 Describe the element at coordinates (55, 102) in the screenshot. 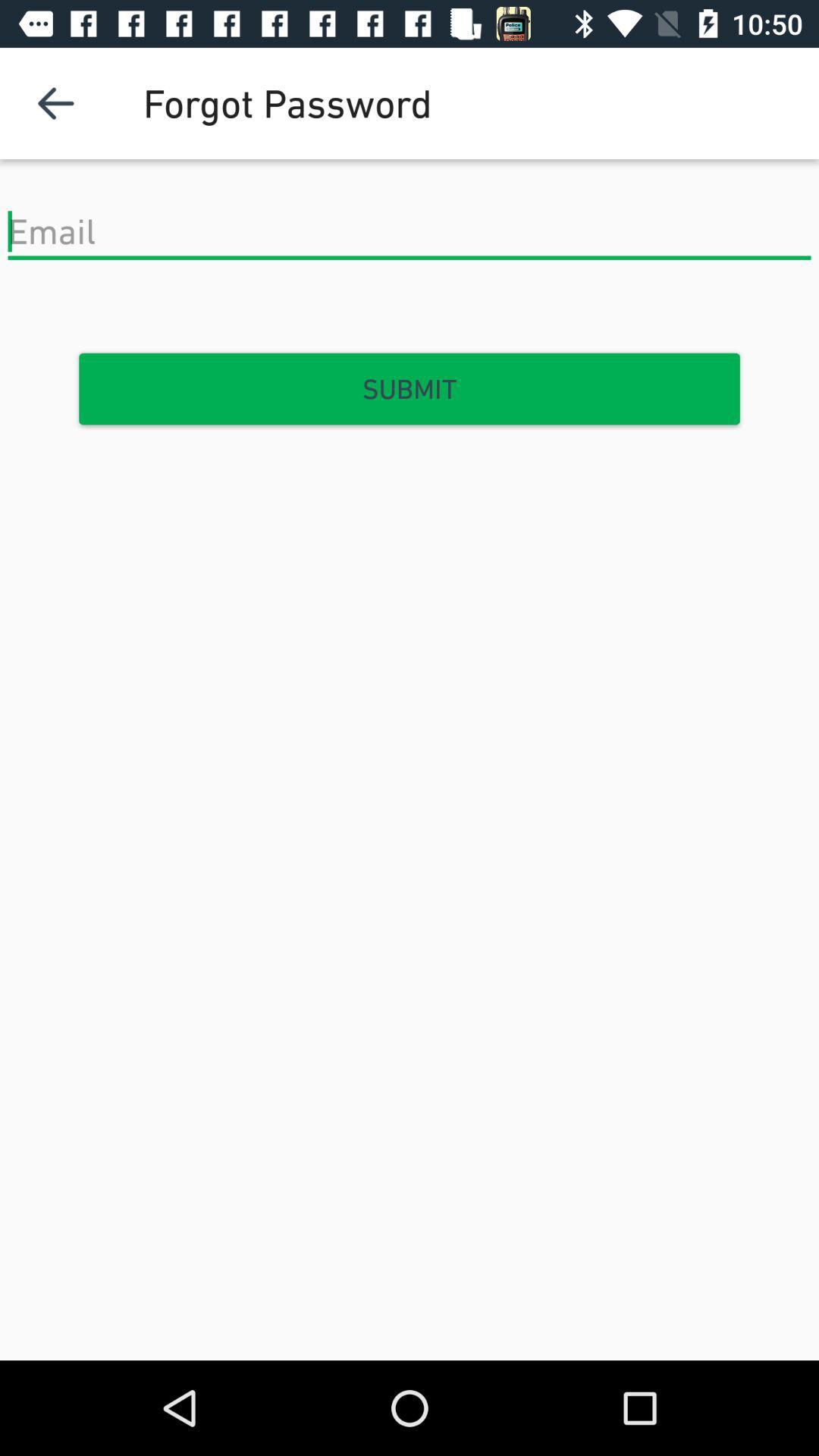

I see `icon next to forgot password icon` at that location.